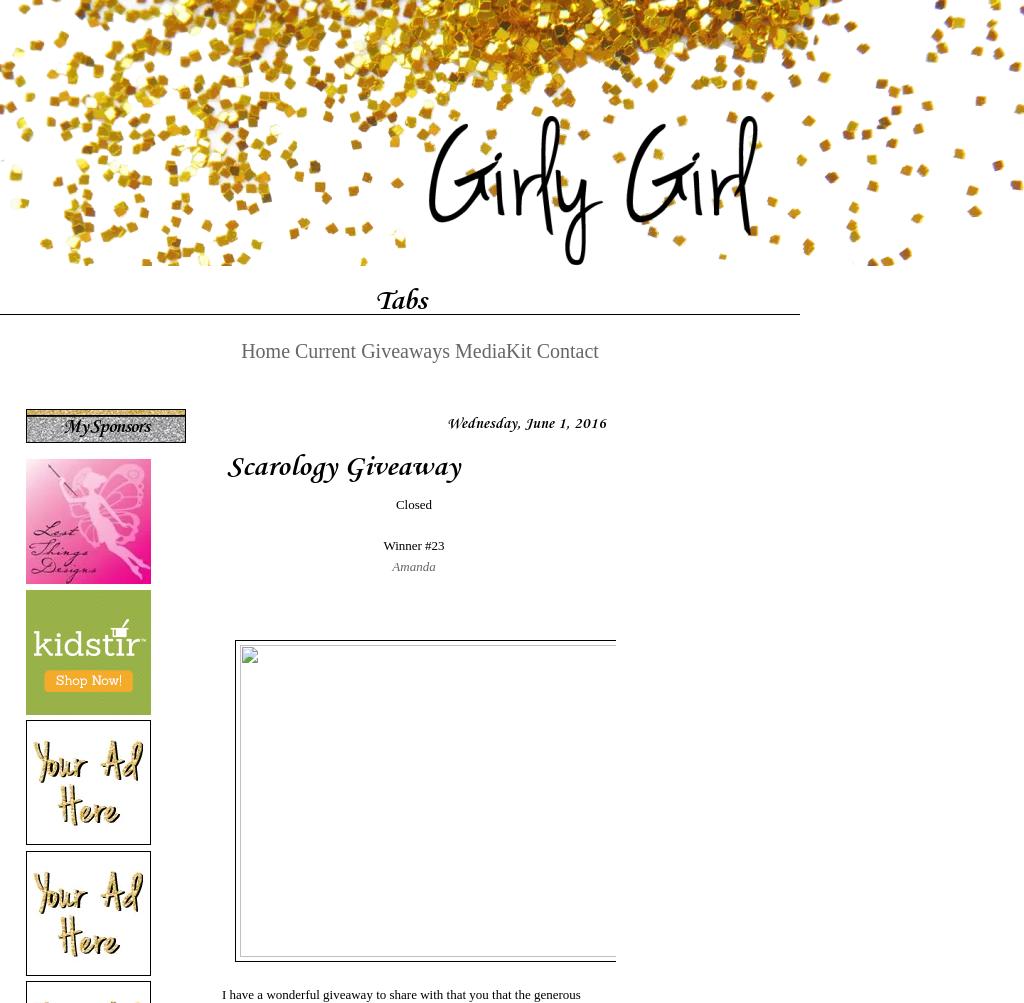  What do you see at coordinates (526, 423) in the screenshot?
I see `'Wednesday, June 1, 2016'` at bounding box center [526, 423].